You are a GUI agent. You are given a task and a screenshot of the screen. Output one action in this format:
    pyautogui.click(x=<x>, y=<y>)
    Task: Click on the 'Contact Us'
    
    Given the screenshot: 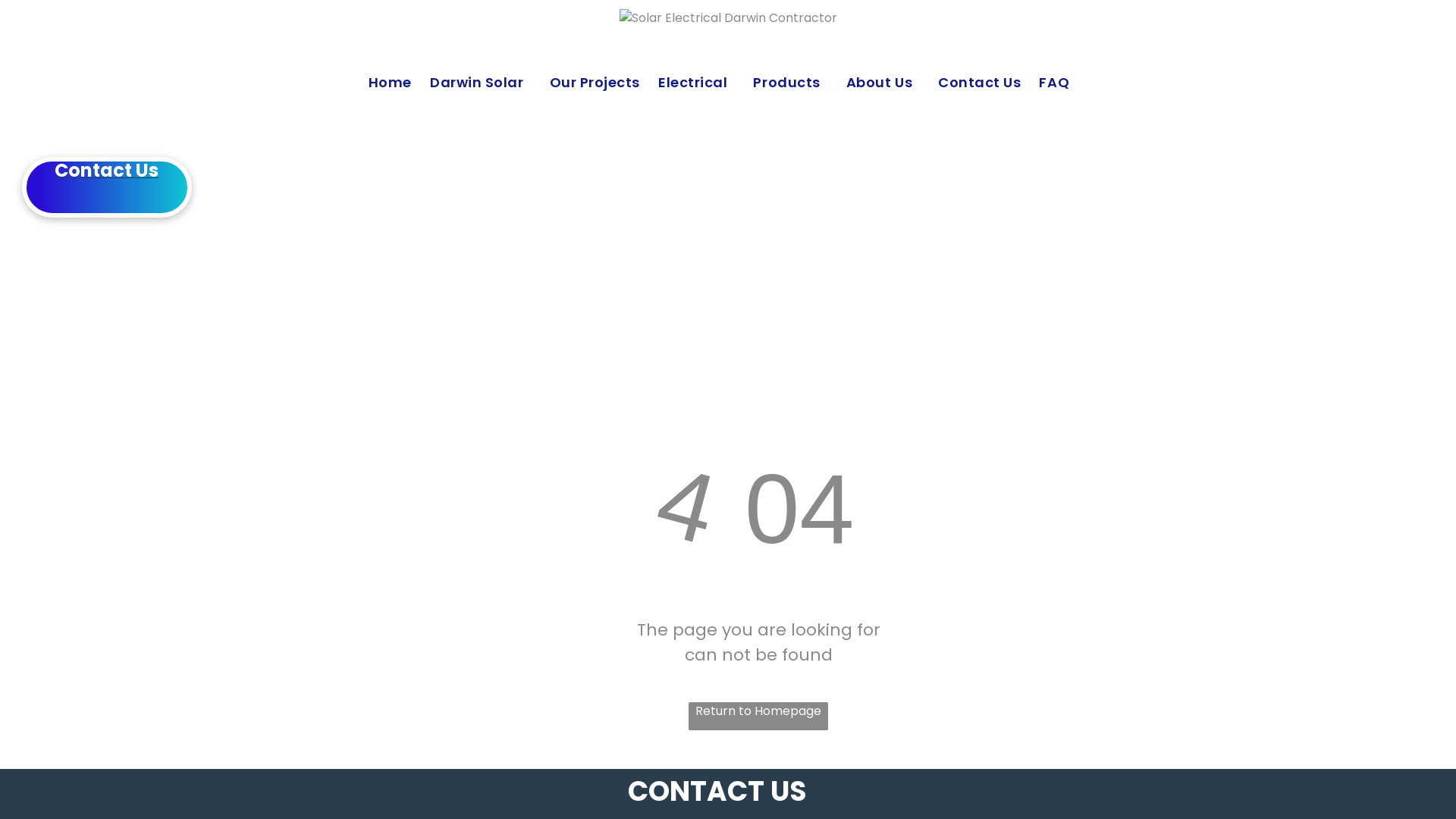 What is the action you would take?
    pyautogui.click(x=988, y=82)
    